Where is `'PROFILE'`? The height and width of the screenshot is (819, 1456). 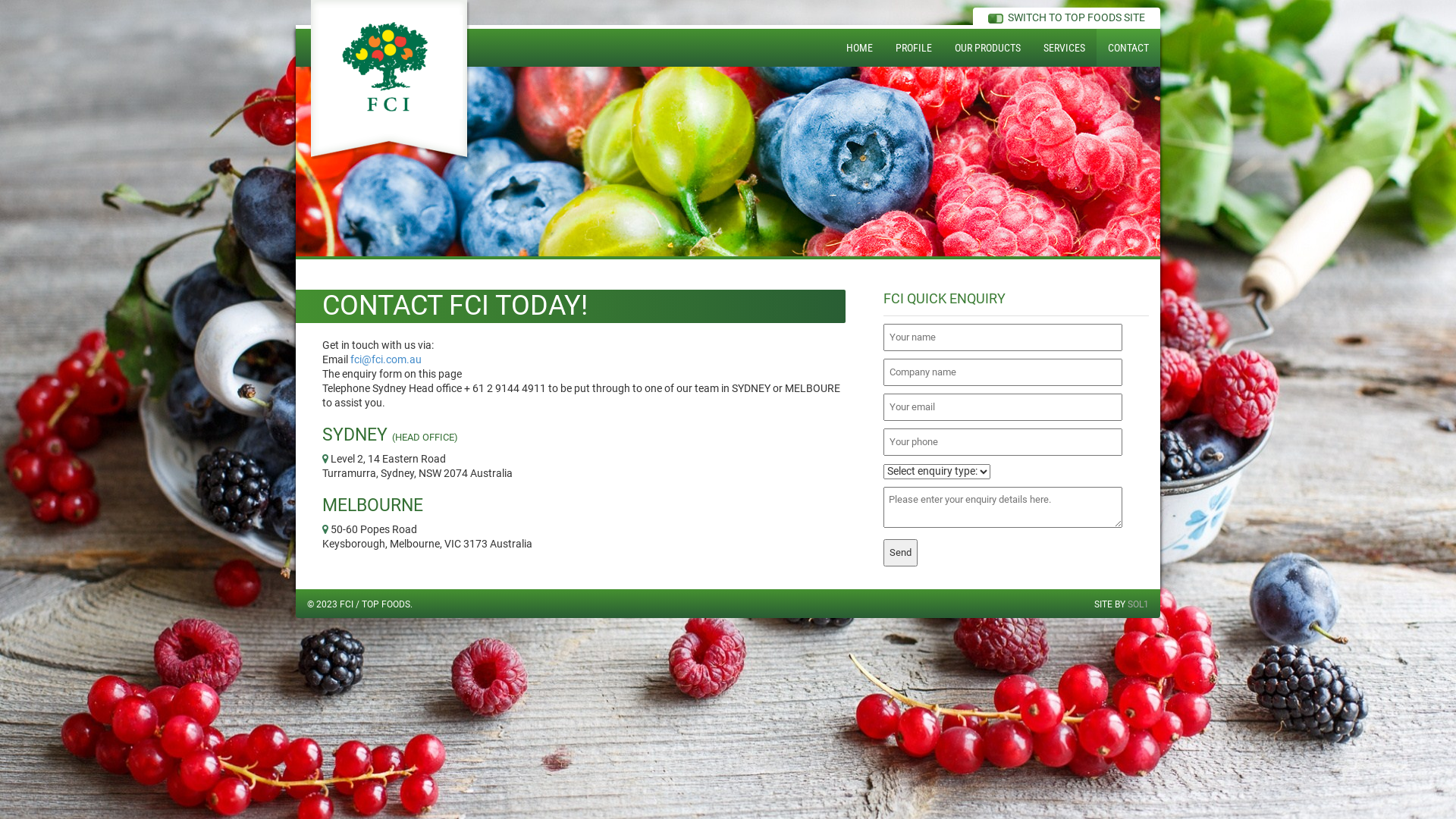
'PROFILE' is located at coordinates (884, 46).